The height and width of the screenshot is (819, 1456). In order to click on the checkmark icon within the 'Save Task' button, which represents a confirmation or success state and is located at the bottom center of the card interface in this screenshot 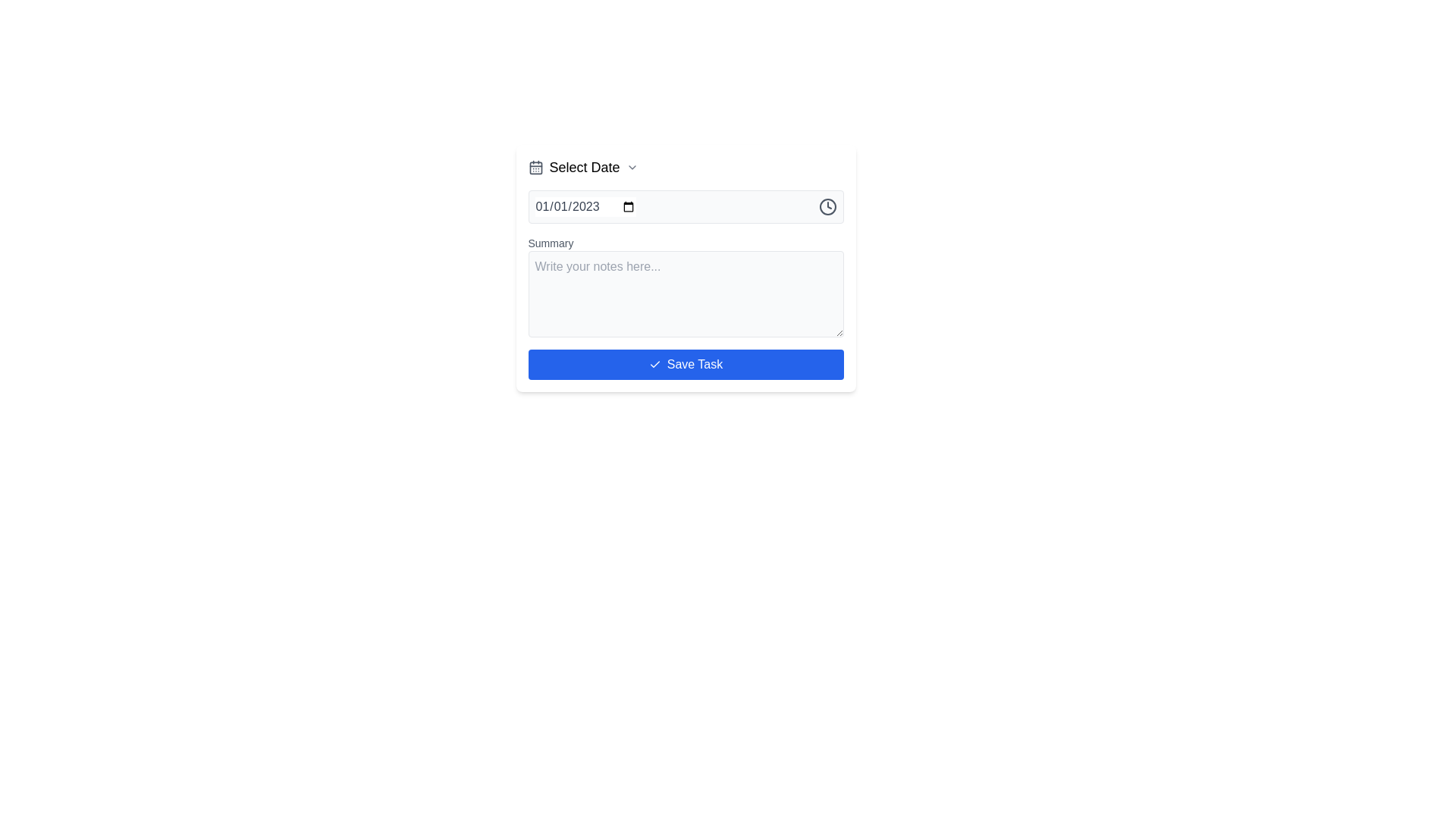, I will do `click(654, 365)`.